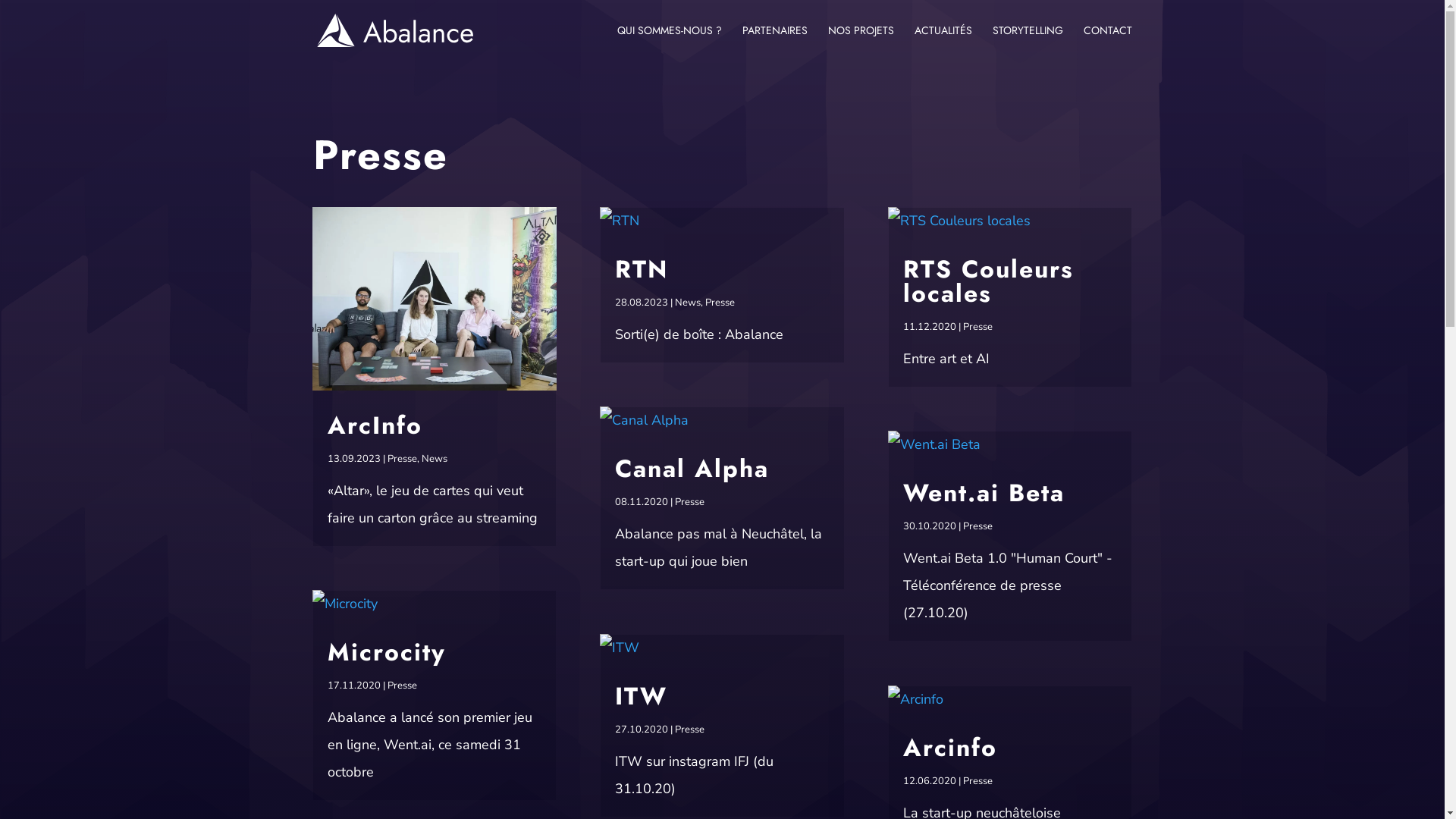  Describe the element at coordinates (719, 302) in the screenshot. I see `'Presse'` at that location.